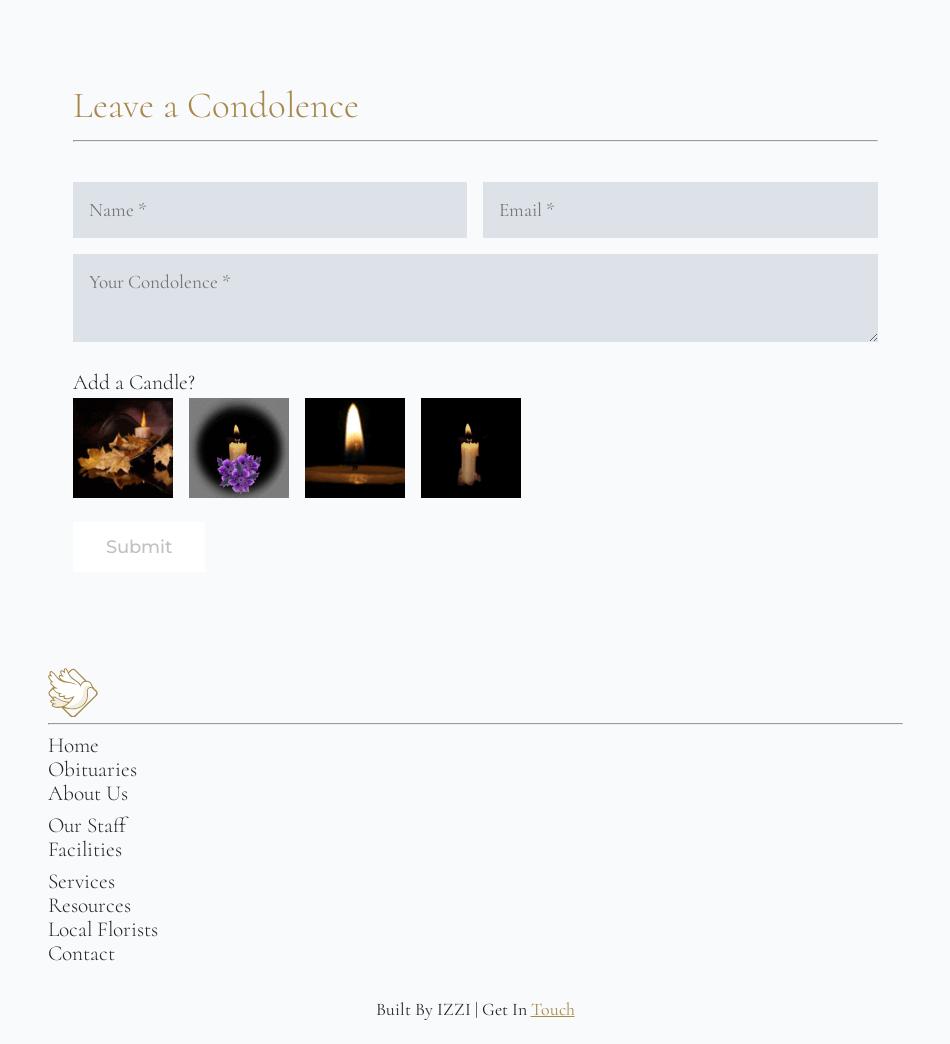  I want to click on 'Obituaries', so click(47, 769).